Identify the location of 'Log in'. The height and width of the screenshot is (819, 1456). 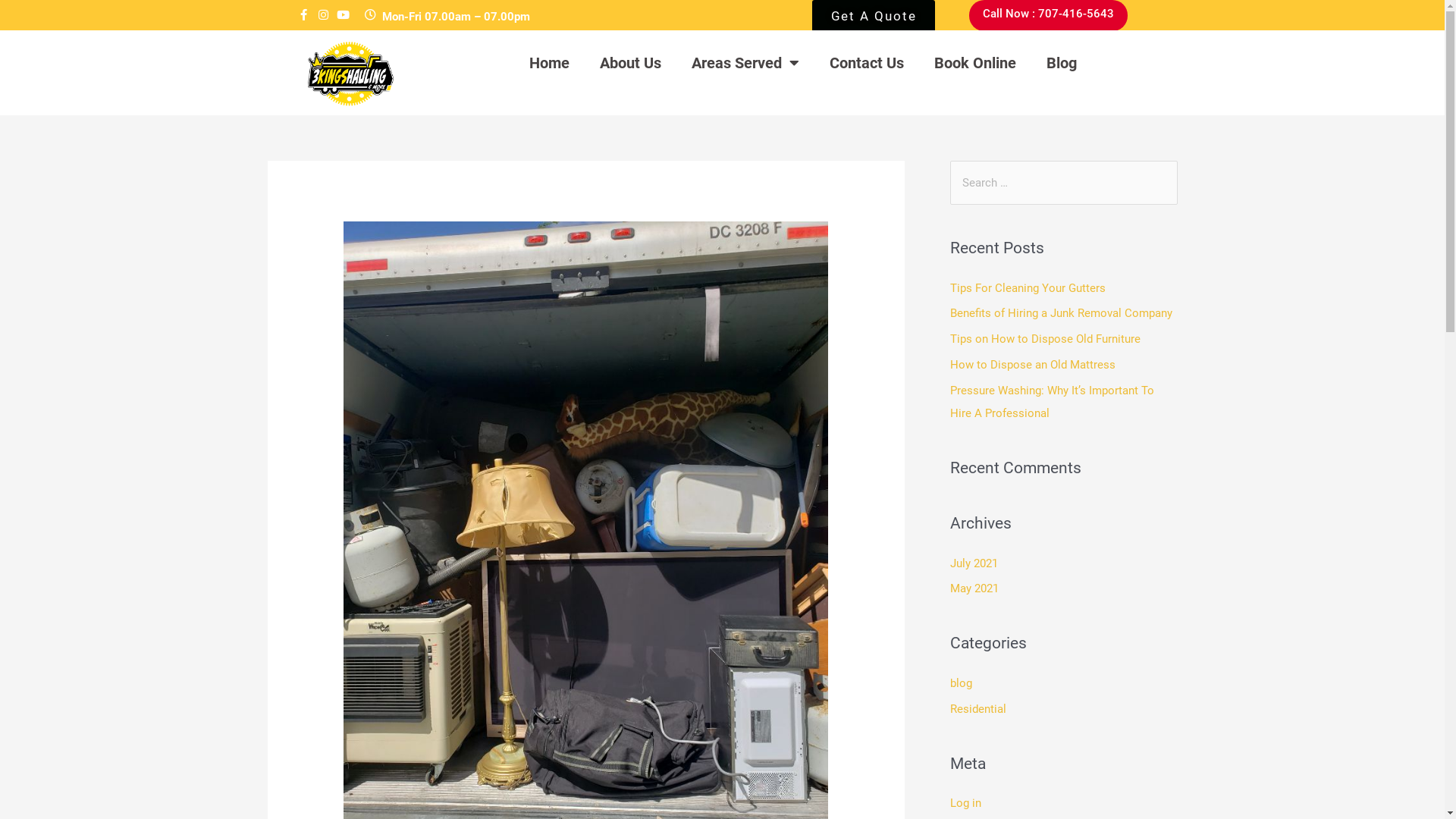
(964, 802).